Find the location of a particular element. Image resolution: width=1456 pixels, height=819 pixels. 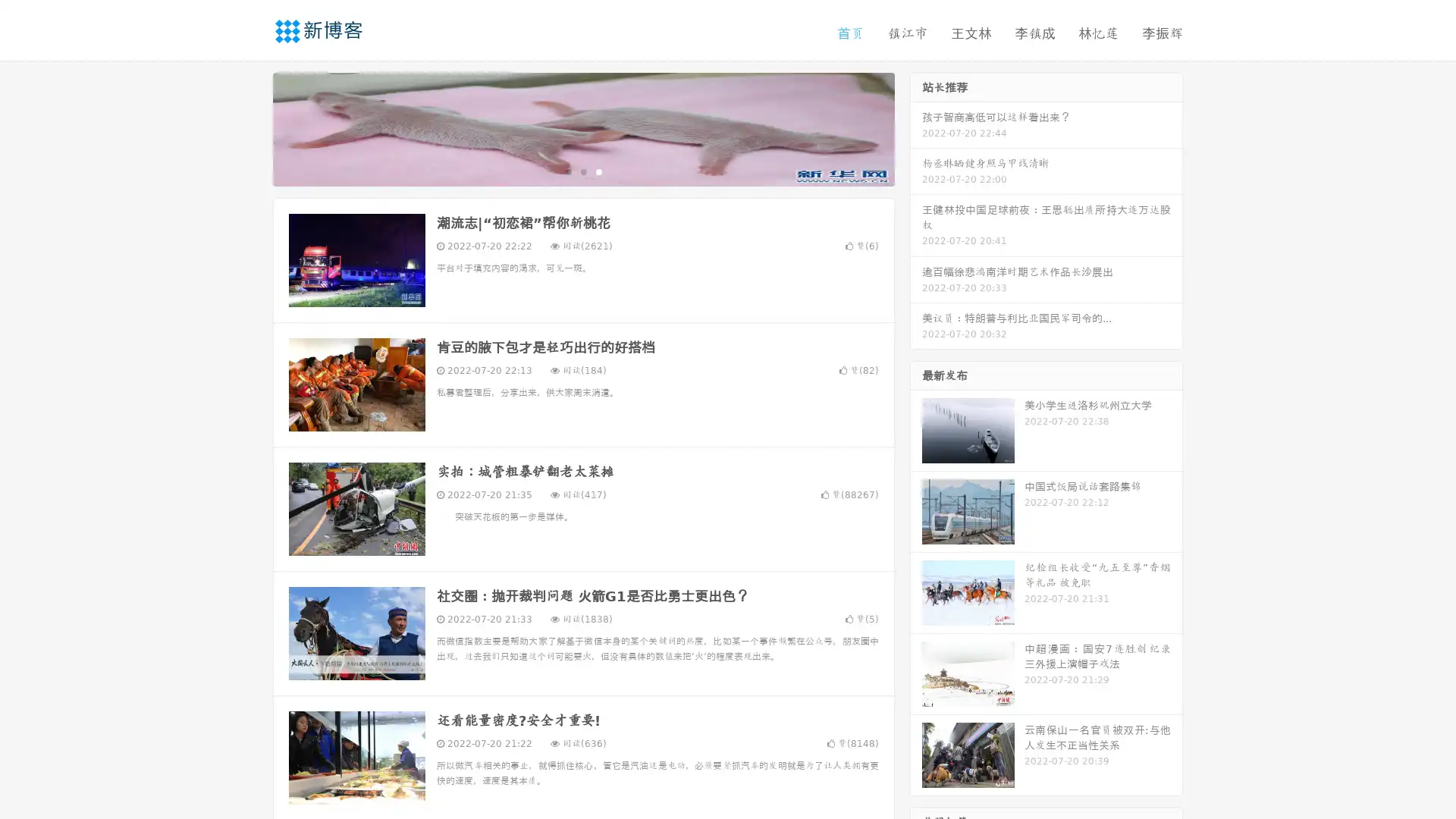

Previous slide is located at coordinates (250, 127).